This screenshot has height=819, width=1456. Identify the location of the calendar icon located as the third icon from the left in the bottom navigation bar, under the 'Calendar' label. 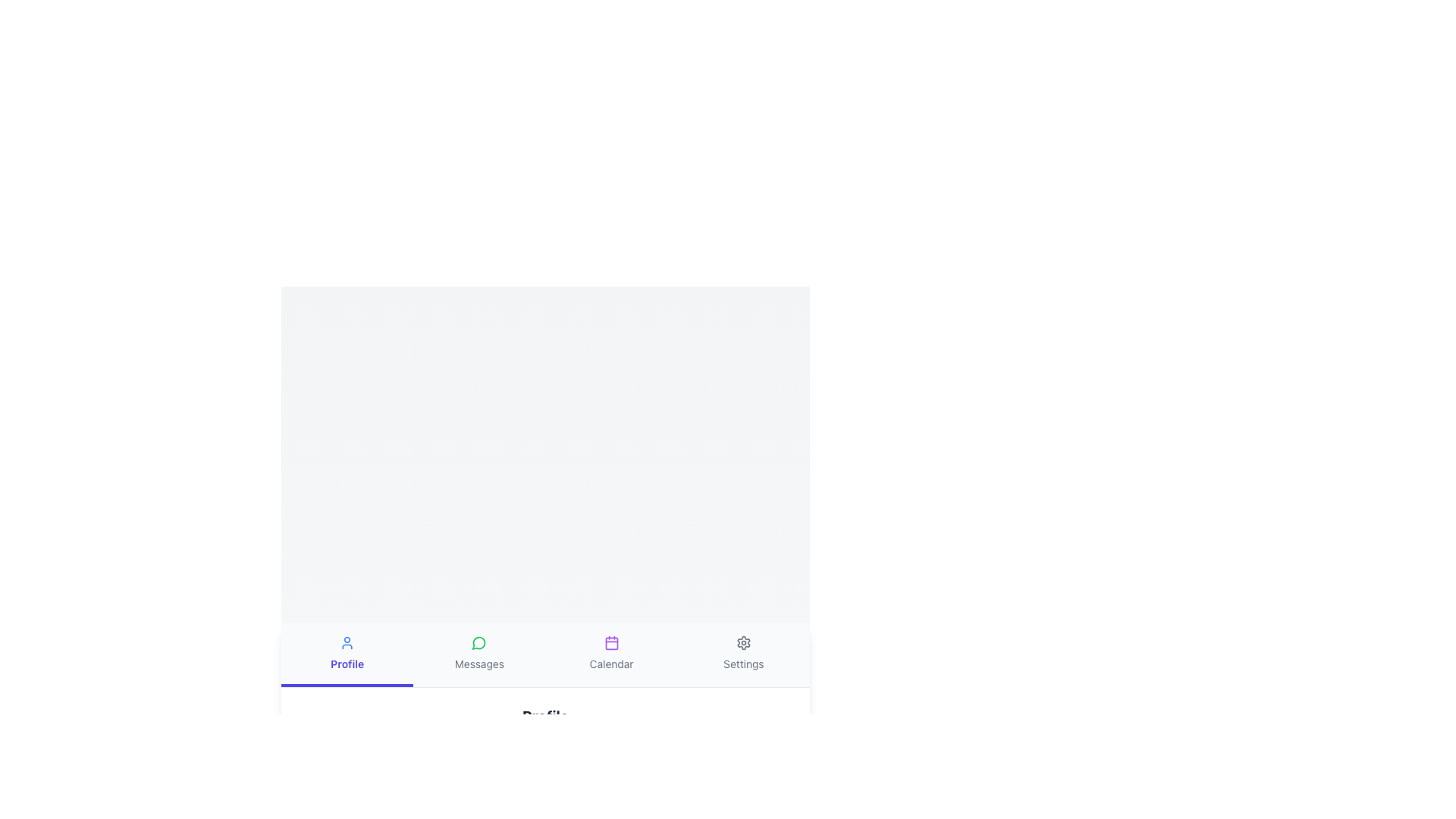
(611, 643).